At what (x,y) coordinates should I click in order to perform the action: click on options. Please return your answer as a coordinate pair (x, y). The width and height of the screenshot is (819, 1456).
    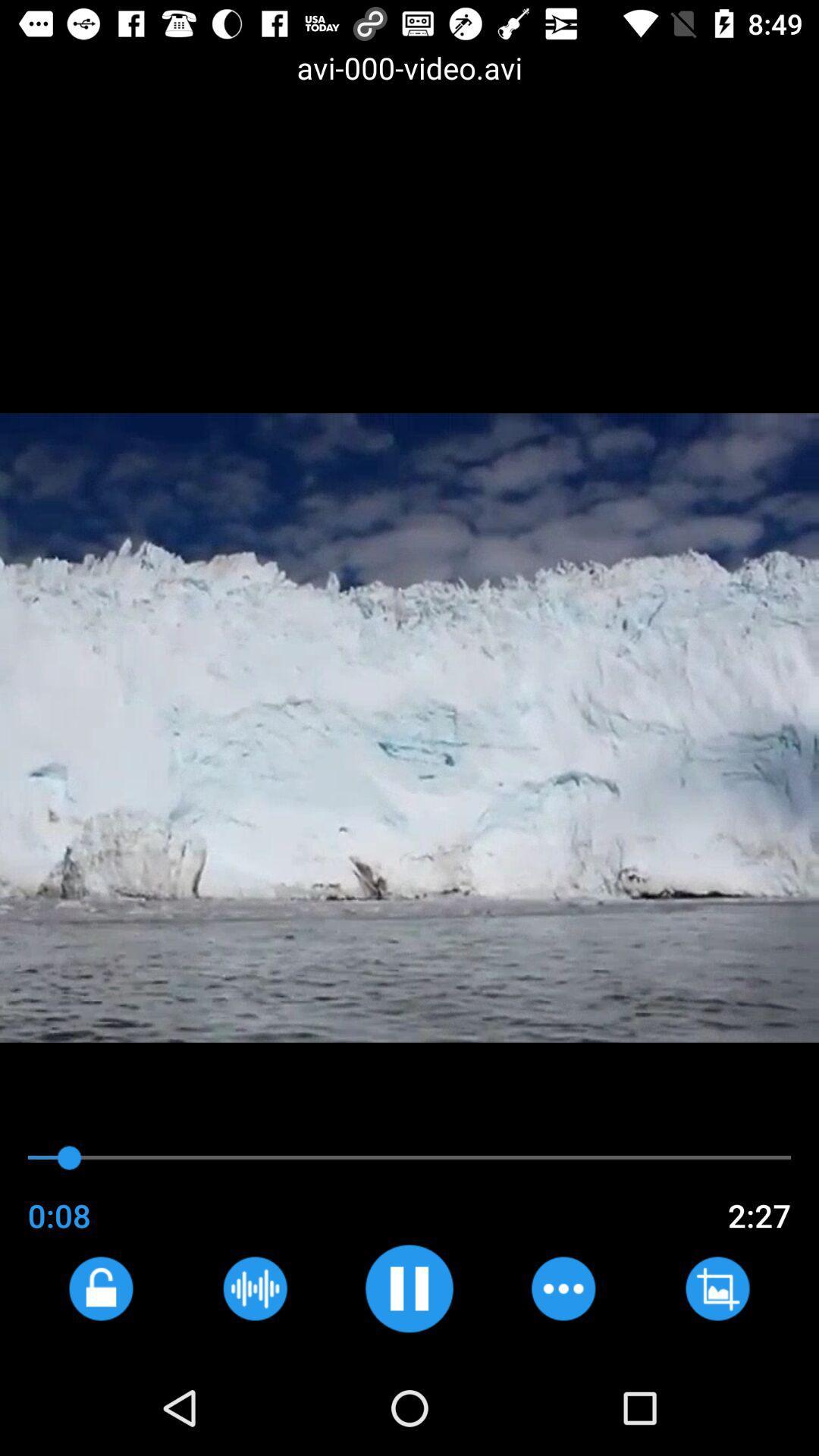
    Looking at the image, I should click on (563, 1288).